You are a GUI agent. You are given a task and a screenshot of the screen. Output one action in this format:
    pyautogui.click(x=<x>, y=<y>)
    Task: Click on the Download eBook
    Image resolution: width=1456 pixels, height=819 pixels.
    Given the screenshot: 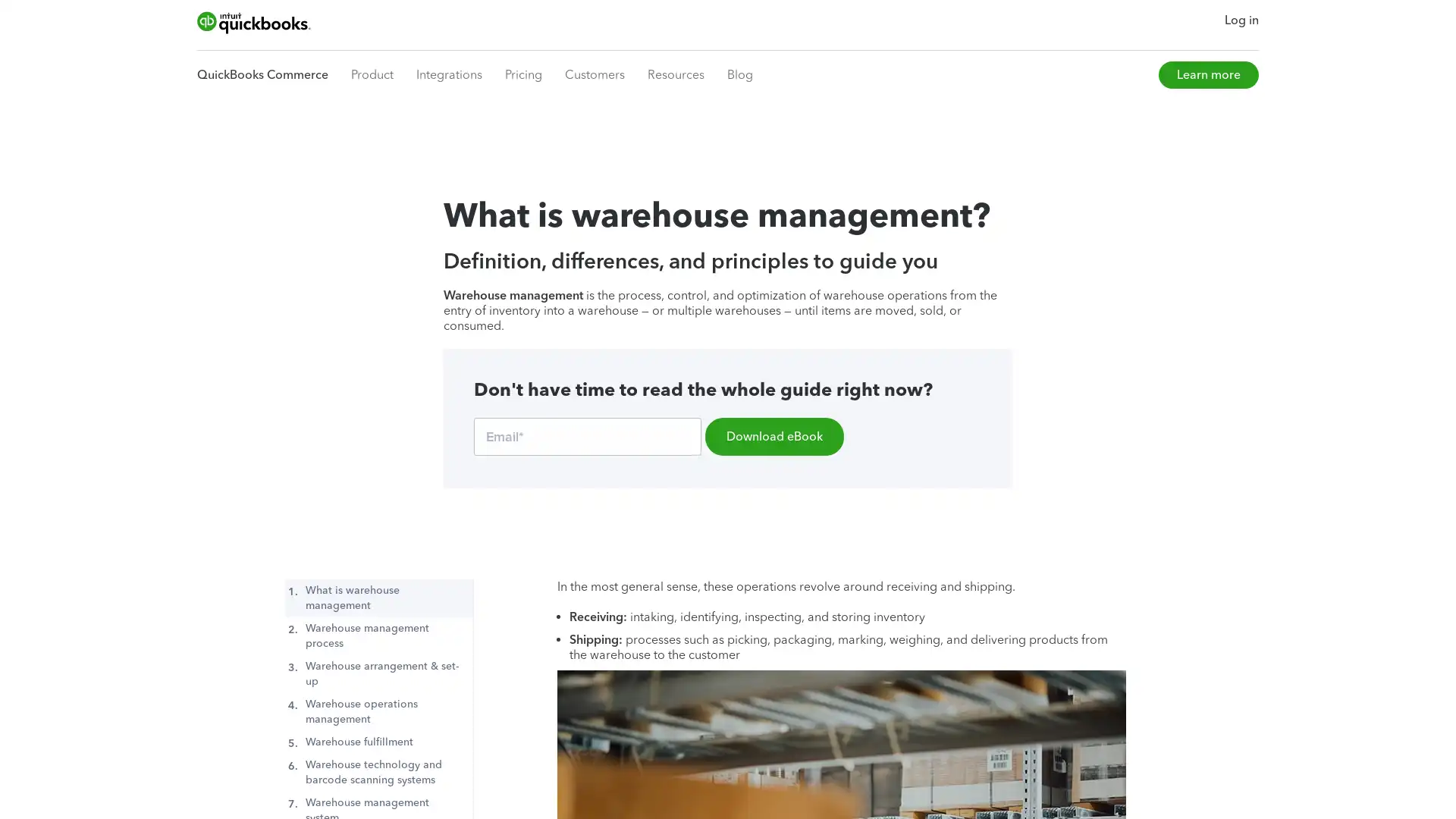 What is the action you would take?
    pyautogui.click(x=774, y=436)
    